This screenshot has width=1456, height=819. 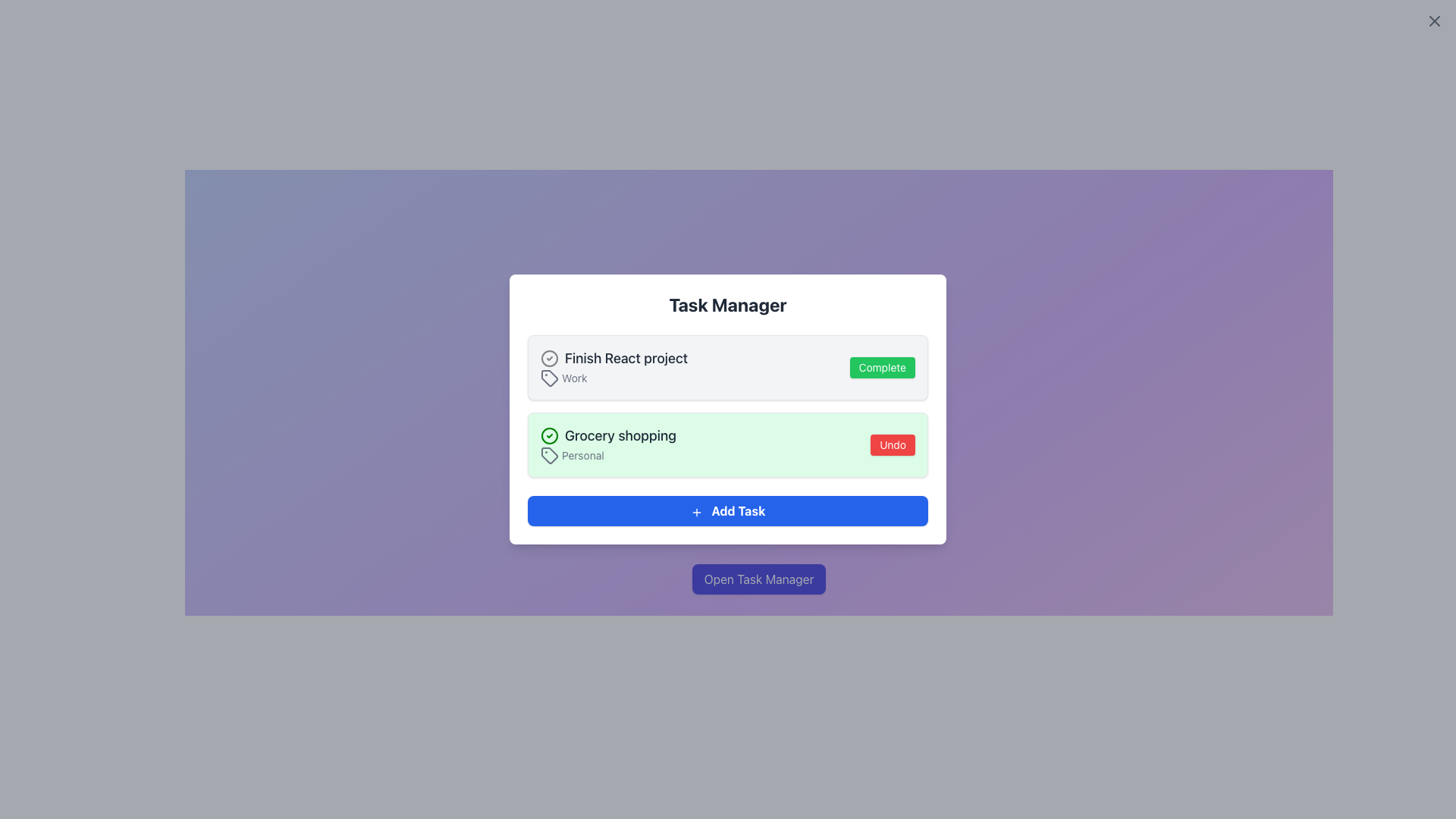 What do you see at coordinates (608, 444) in the screenshot?
I see `text displayed in the task description label labeled 'Grocery shopping' with the associated tag 'Personal' within the task manager` at bounding box center [608, 444].